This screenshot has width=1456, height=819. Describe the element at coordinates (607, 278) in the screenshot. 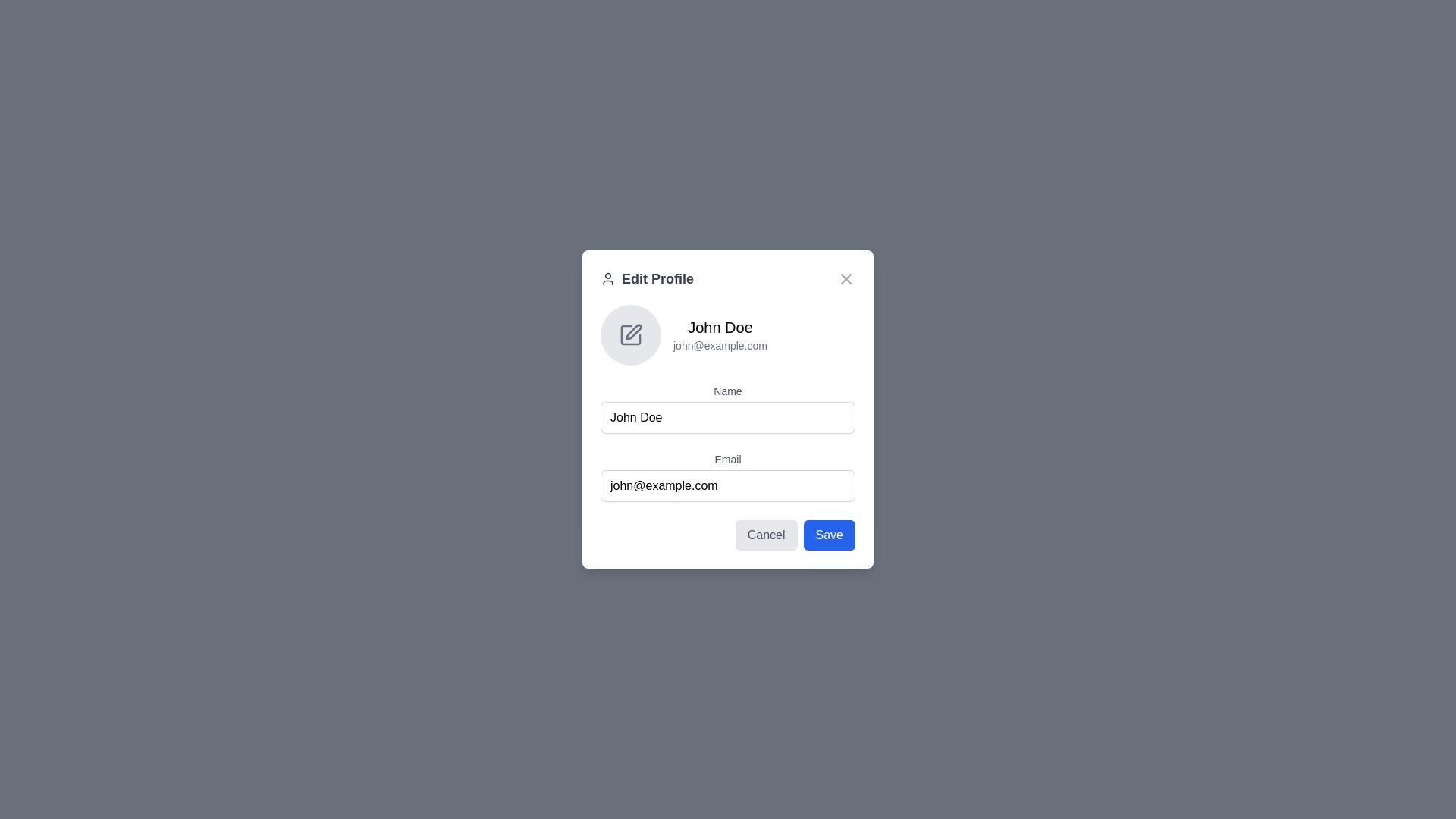

I see `the user profile icon, which is a minimalist outline of a human figure, located at the top-left corner of a modal window` at that location.